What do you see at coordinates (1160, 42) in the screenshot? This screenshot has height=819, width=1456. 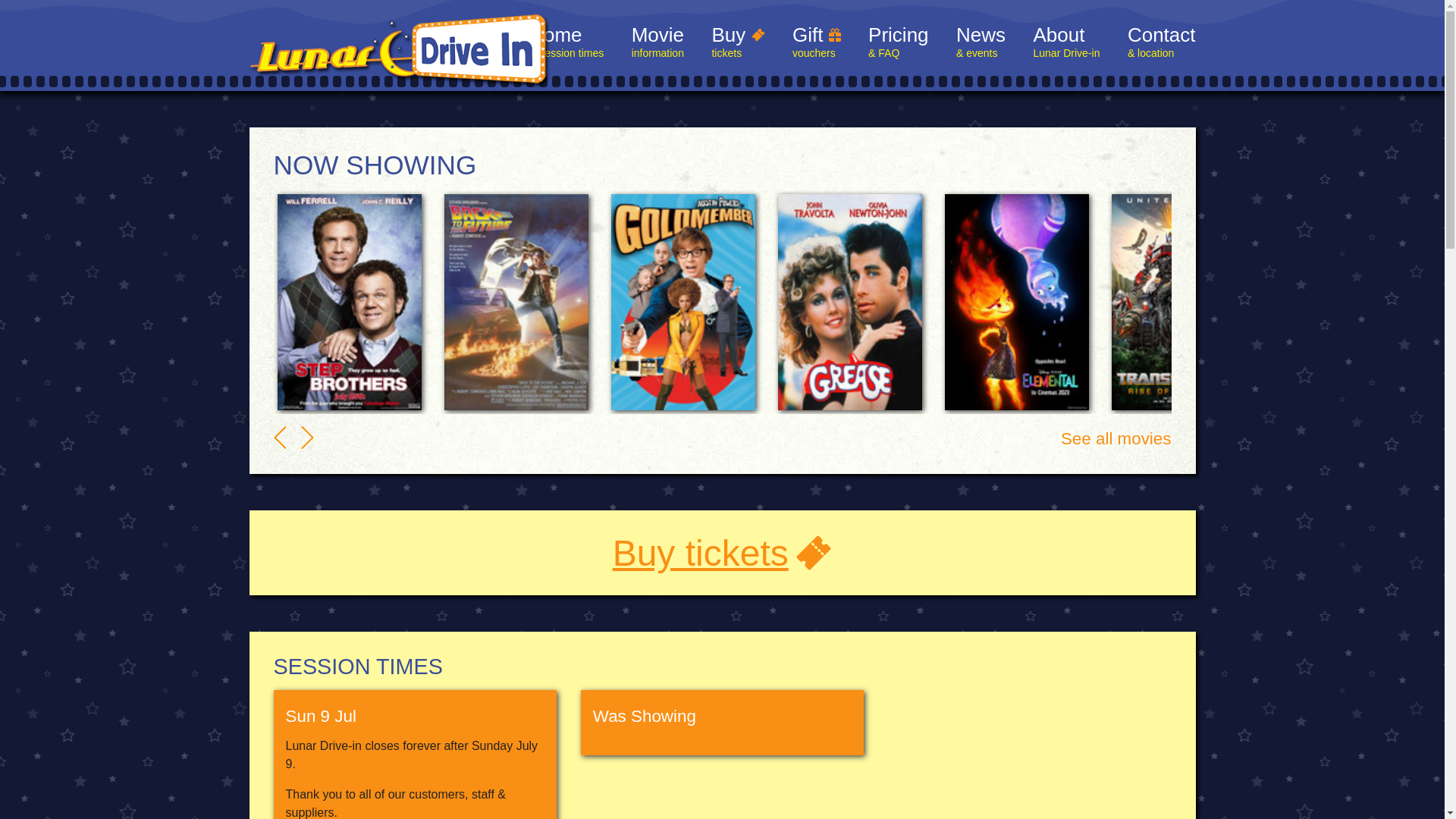 I see `'Contact` at bounding box center [1160, 42].